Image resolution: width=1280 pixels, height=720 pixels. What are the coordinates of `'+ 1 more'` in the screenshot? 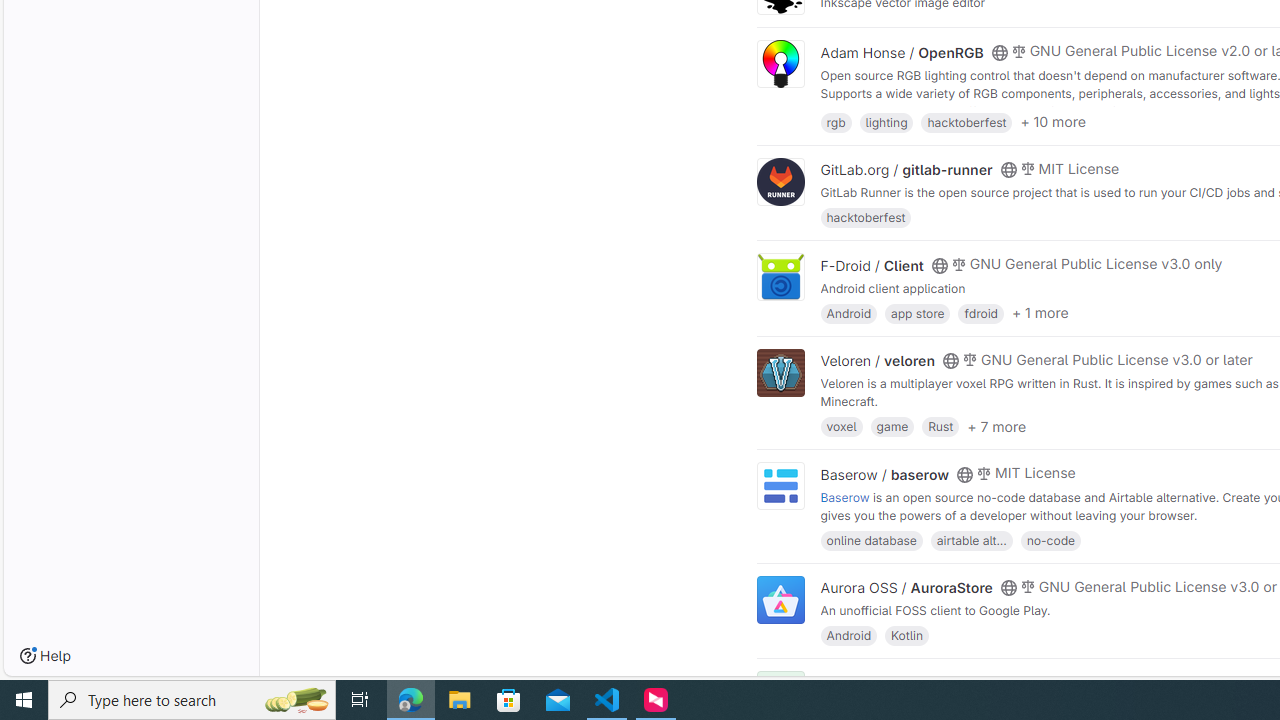 It's located at (1040, 313).